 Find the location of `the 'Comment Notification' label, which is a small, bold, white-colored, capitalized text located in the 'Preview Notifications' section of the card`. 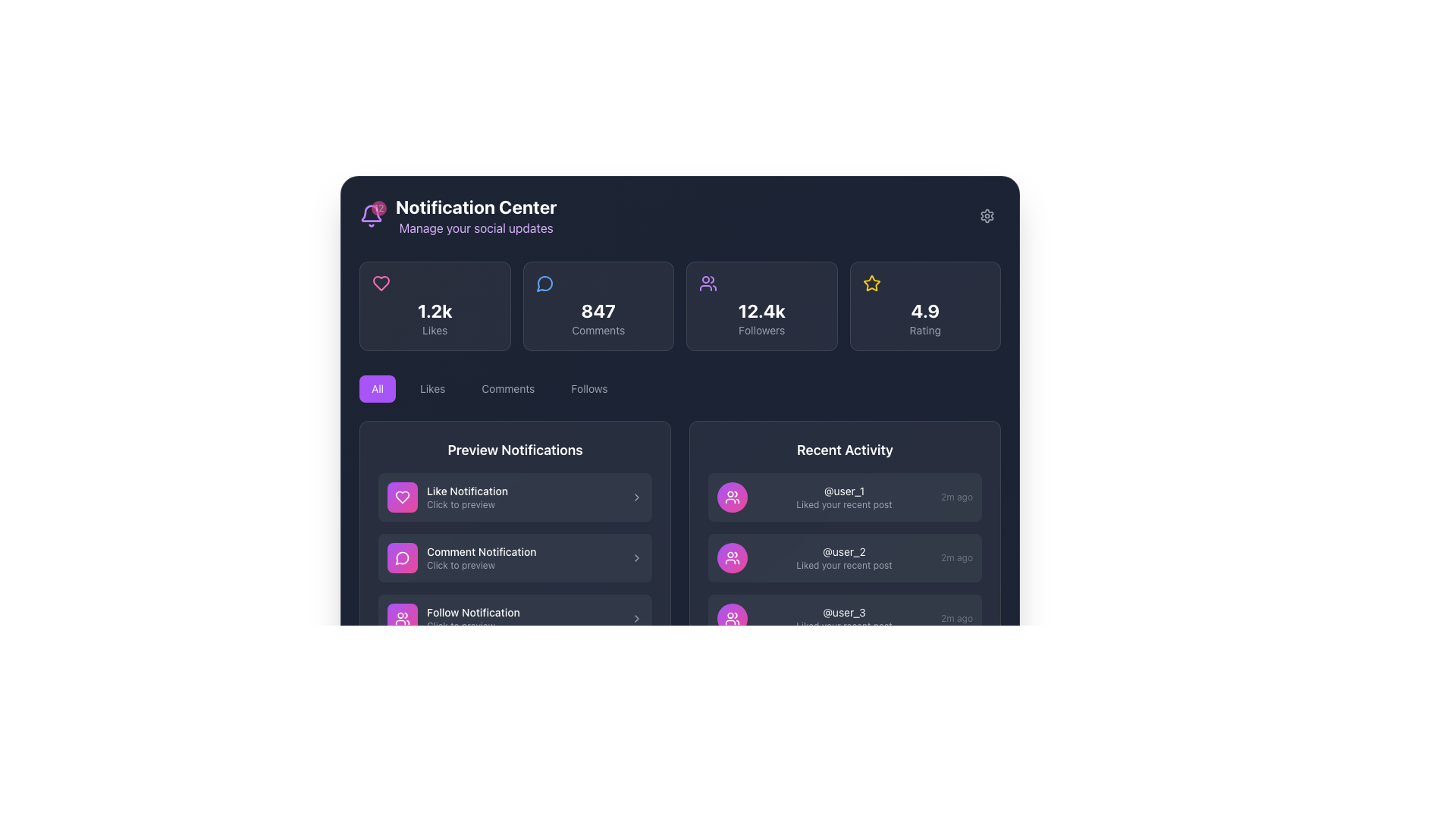

the 'Comment Notification' label, which is a small, bold, white-colored, capitalized text located in the 'Preview Notifications' section of the card is located at coordinates (524, 552).